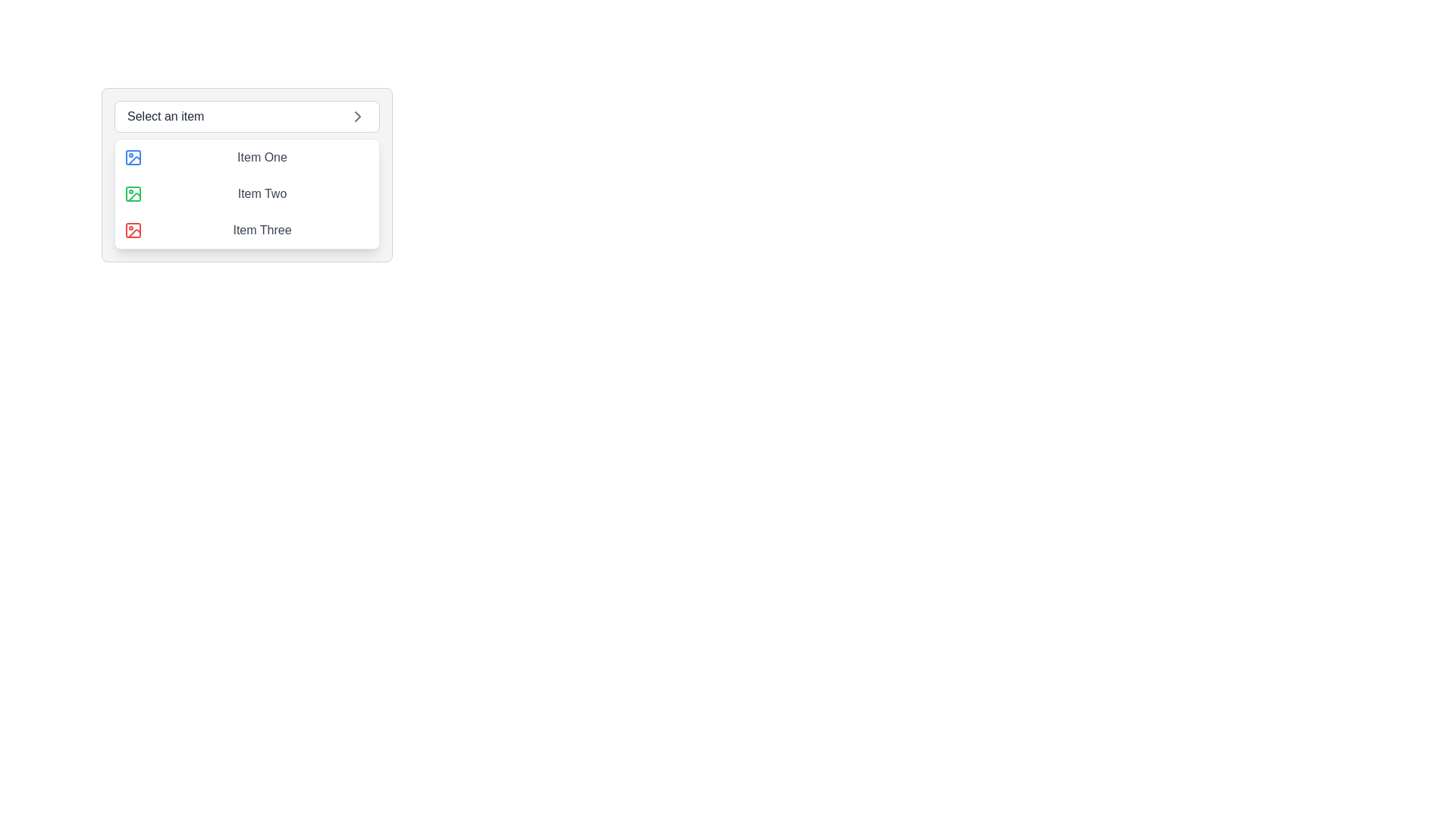  Describe the element at coordinates (247, 116) in the screenshot. I see `the Dropdown Trigger labeled 'Select an item' to toggle the dropdown options` at that location.